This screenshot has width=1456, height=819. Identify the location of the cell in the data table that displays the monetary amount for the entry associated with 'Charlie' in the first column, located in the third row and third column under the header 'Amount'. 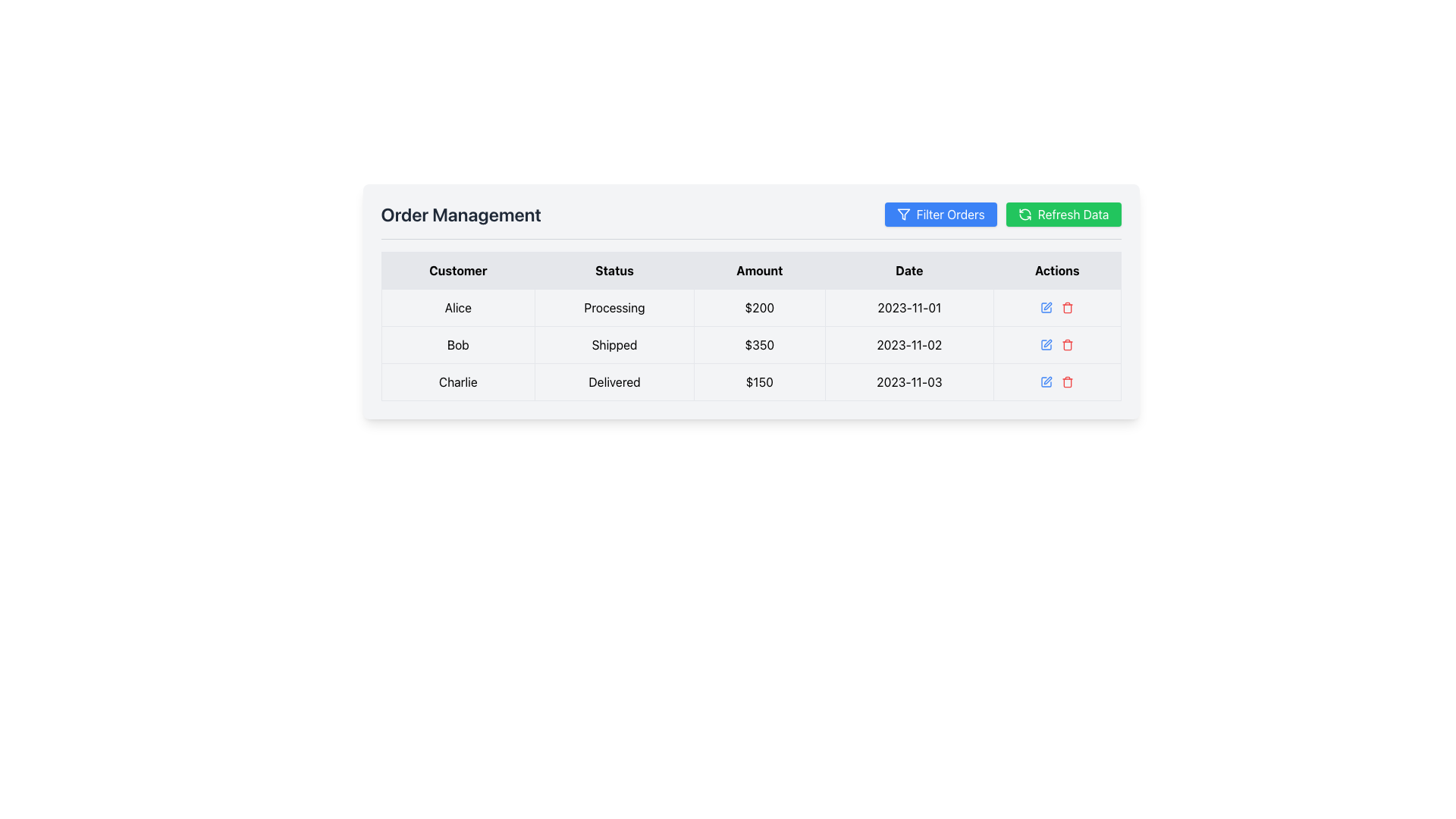
(759, 381).